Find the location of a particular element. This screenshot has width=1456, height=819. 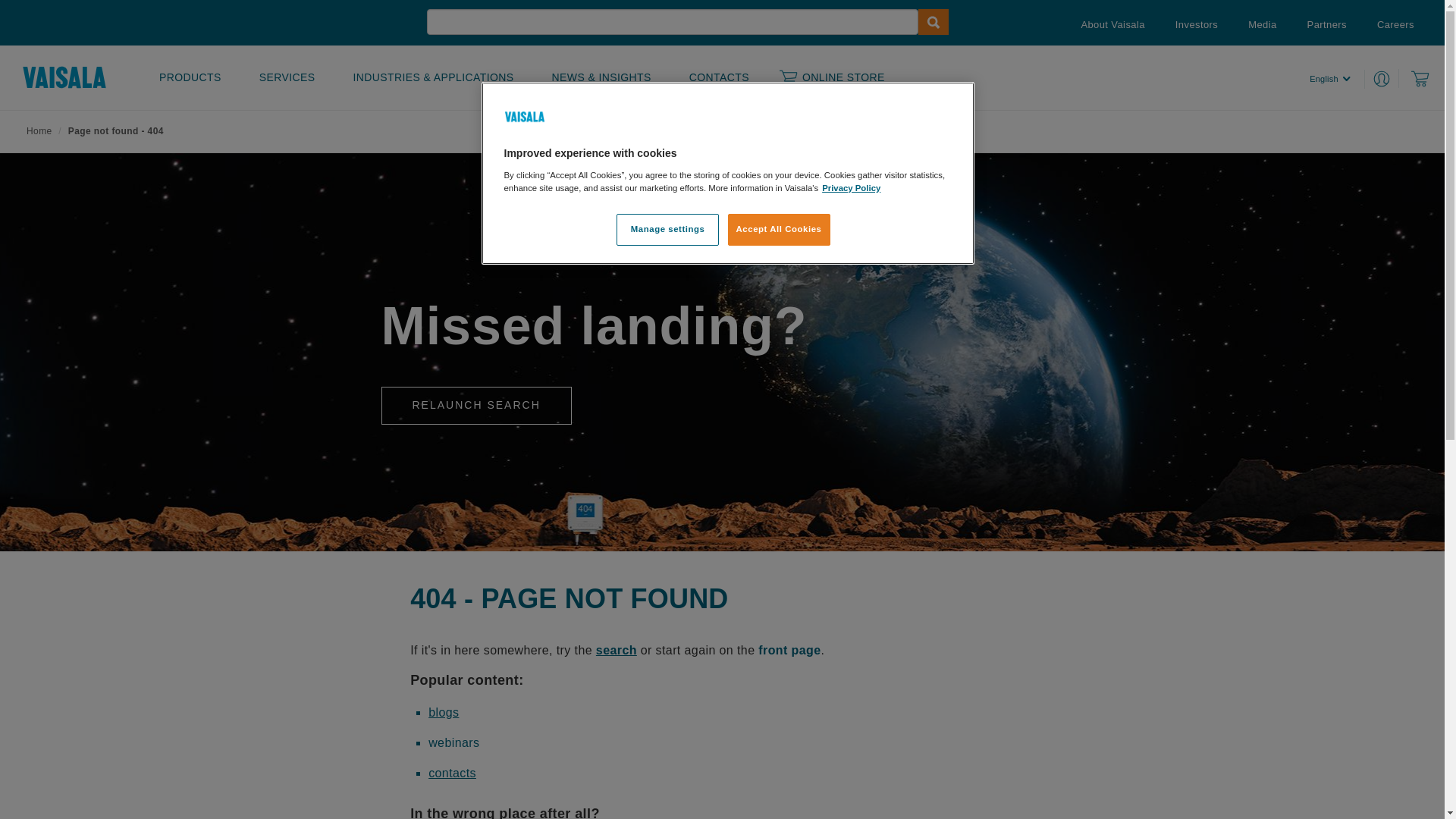

'Manage settings' is located at coordinates (667, 230).